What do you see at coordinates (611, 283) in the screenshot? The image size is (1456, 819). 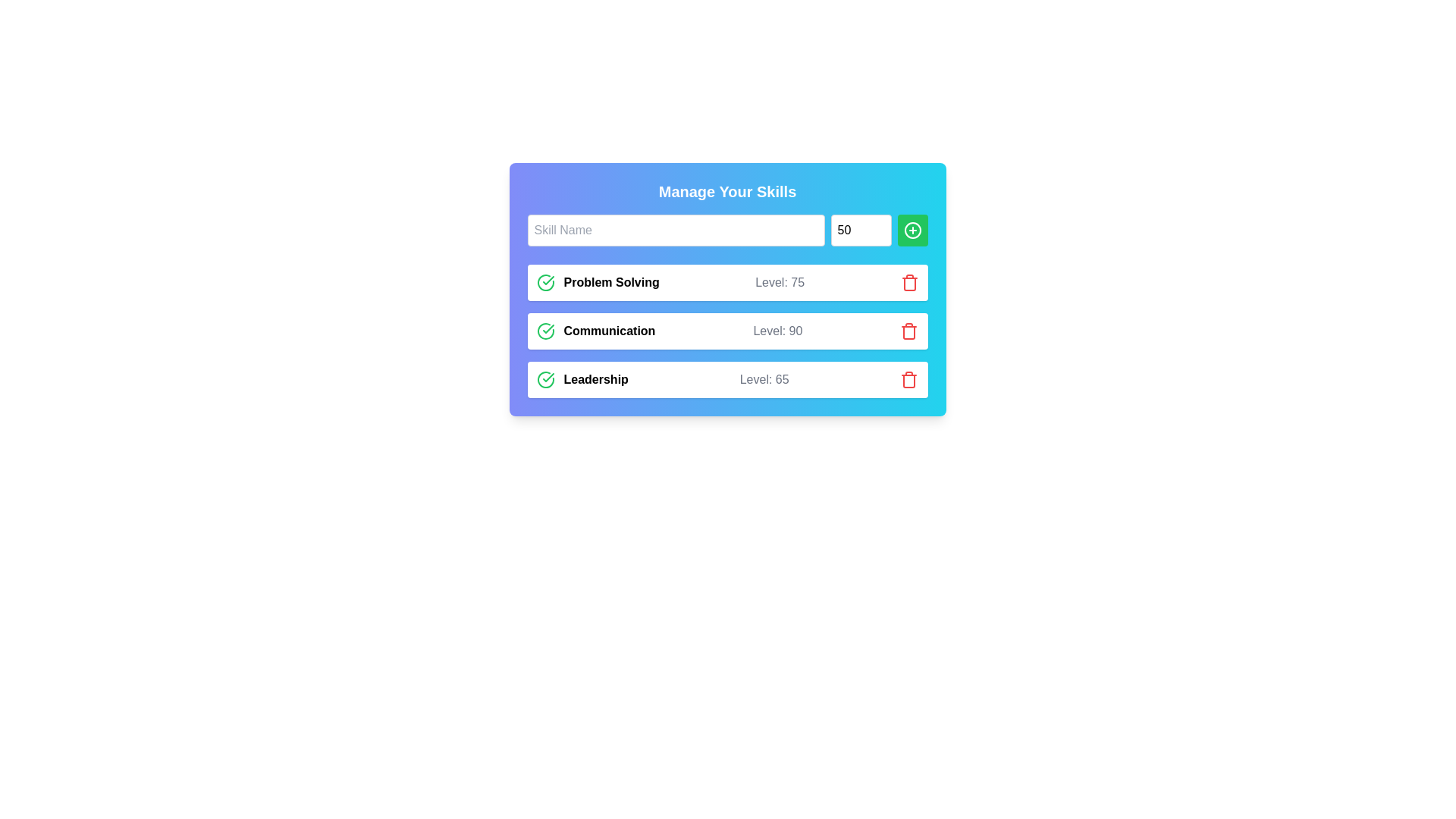 I see `the 'Problem Solving' skill label in the 'Manage Your Skills' section` at bounding box center [611, 283].